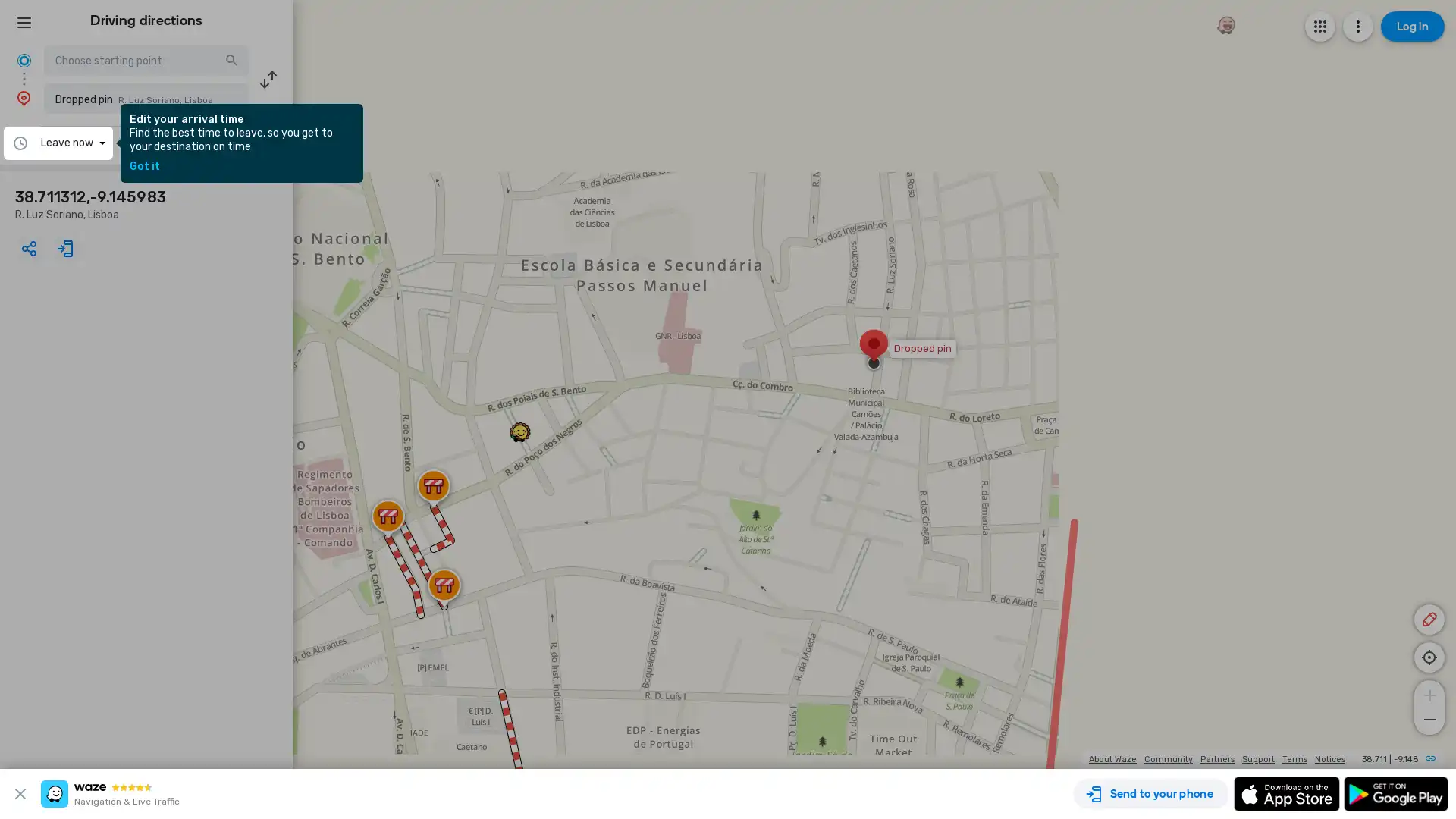 This screenshot has width=1456, height=819. What do you see at coordinates (146, 99) in the screenshot?
I see `Dropped pin R. Luz Soriano, Lisboa` at bounding box center [146, 99].